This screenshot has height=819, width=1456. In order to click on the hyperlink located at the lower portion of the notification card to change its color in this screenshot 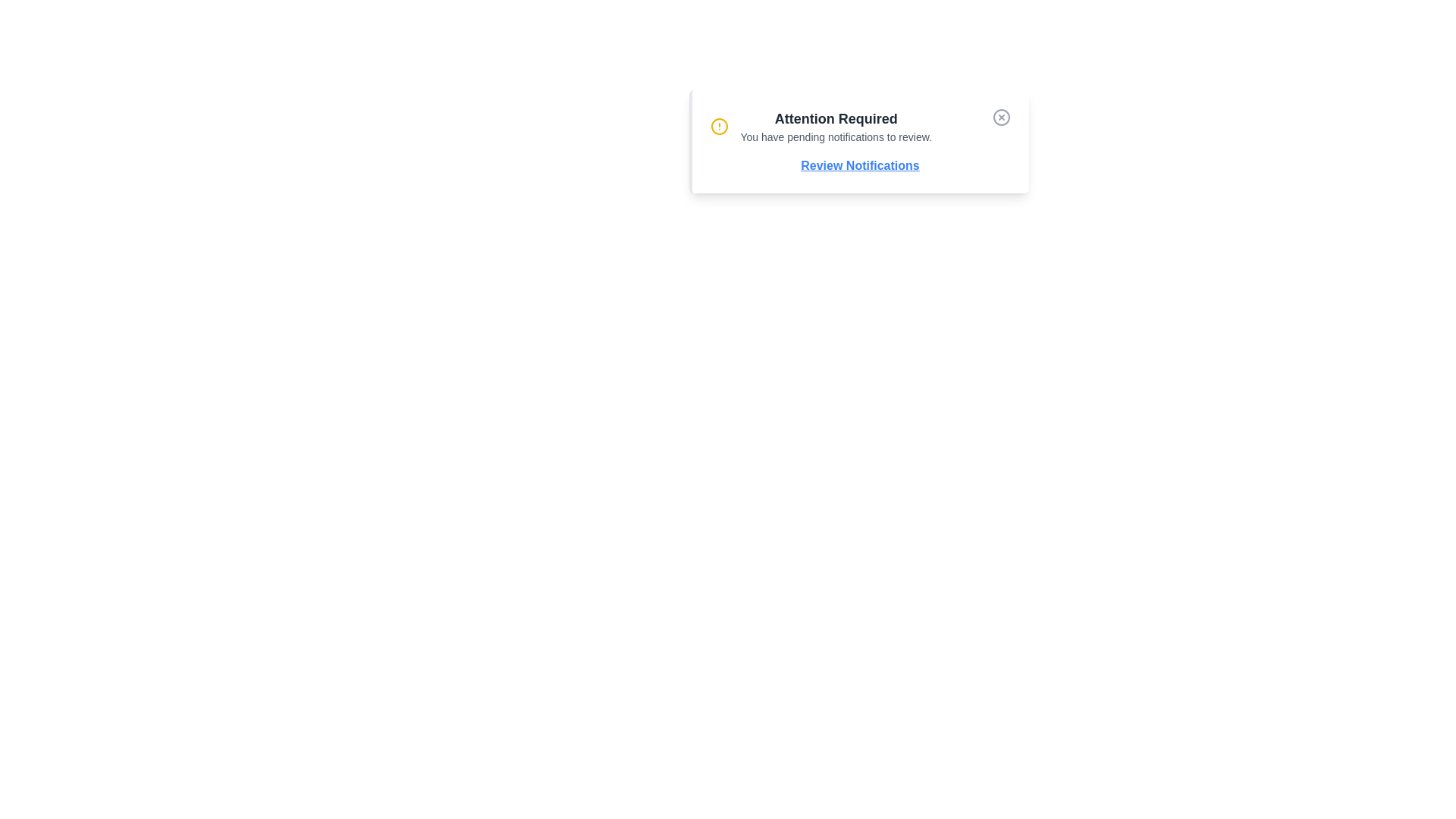, I will do `click(860, 166)`.